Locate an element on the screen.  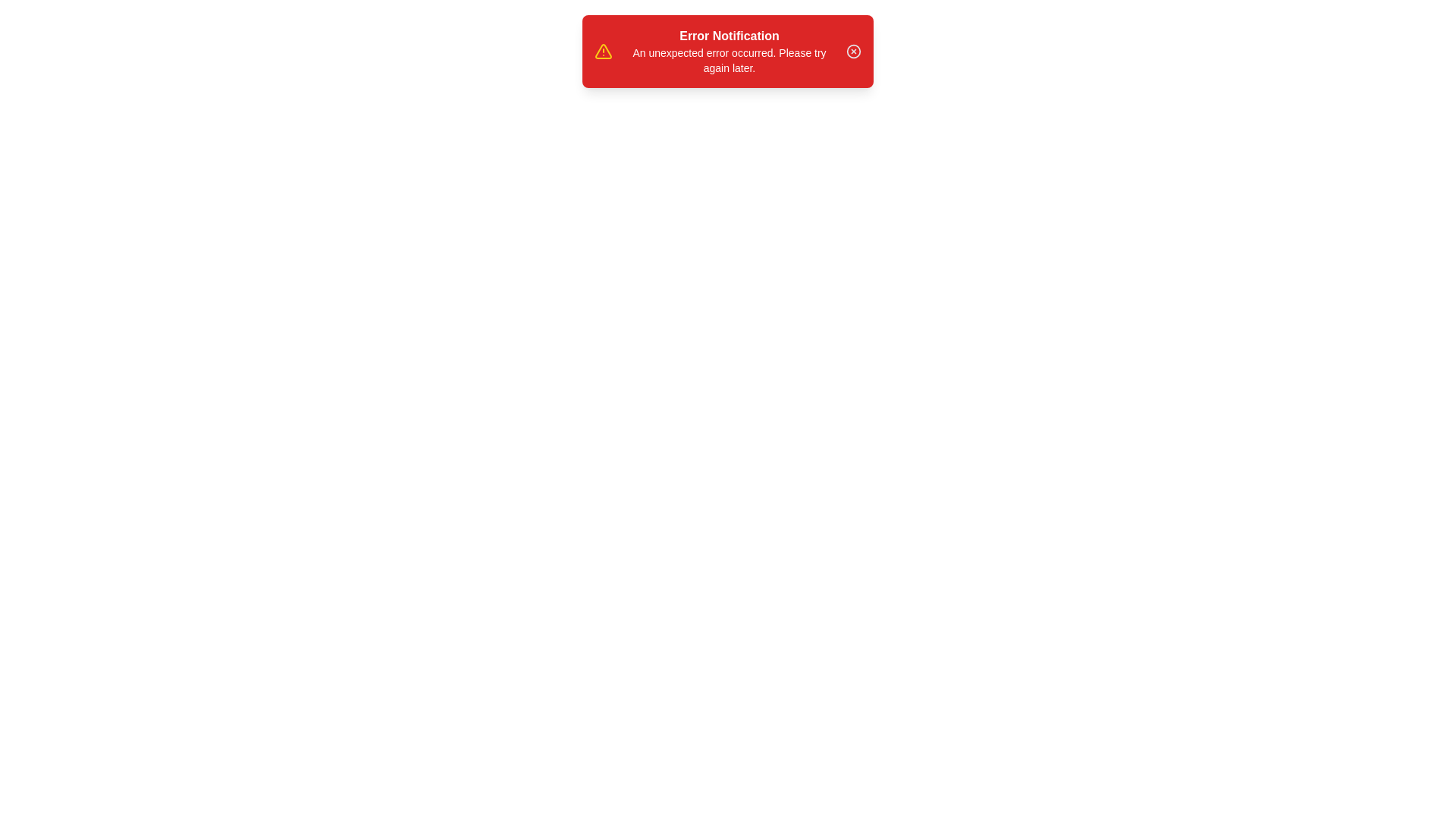
the close button of the snackbar to close it is located at coordinates (854, 51).